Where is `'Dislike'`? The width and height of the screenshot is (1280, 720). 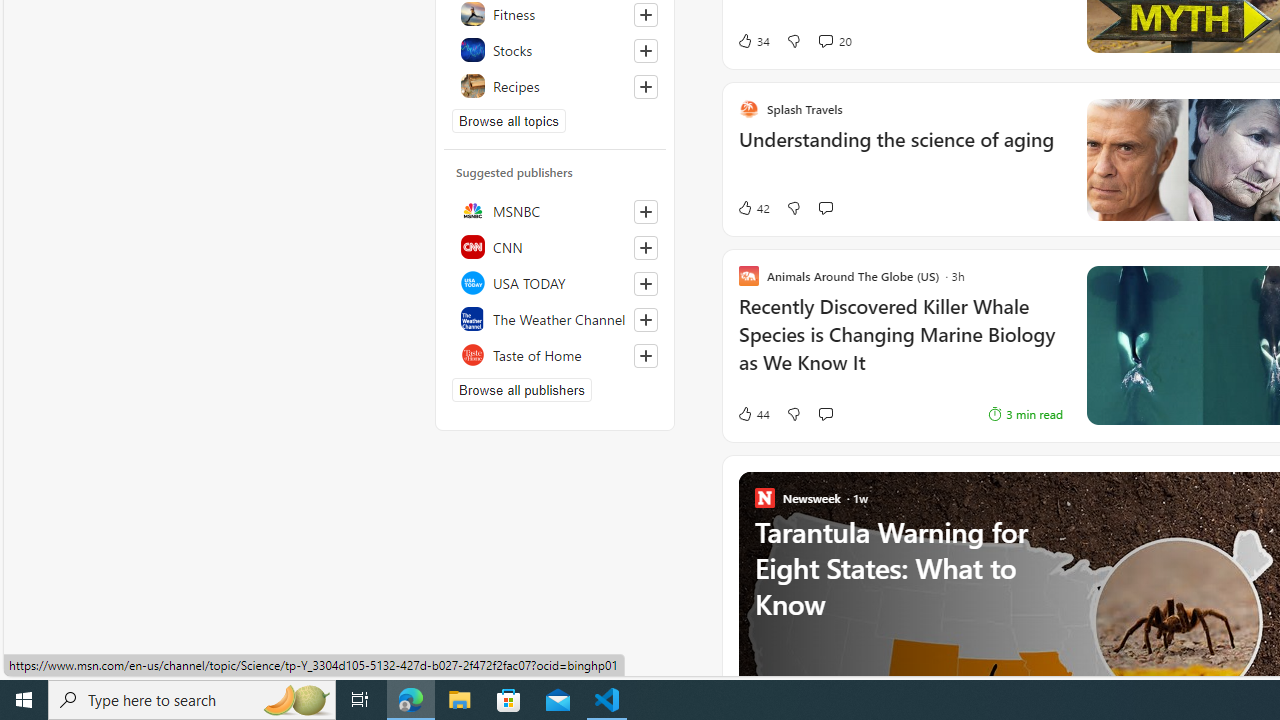
'Dislike' is located at coordinates (792, 413).